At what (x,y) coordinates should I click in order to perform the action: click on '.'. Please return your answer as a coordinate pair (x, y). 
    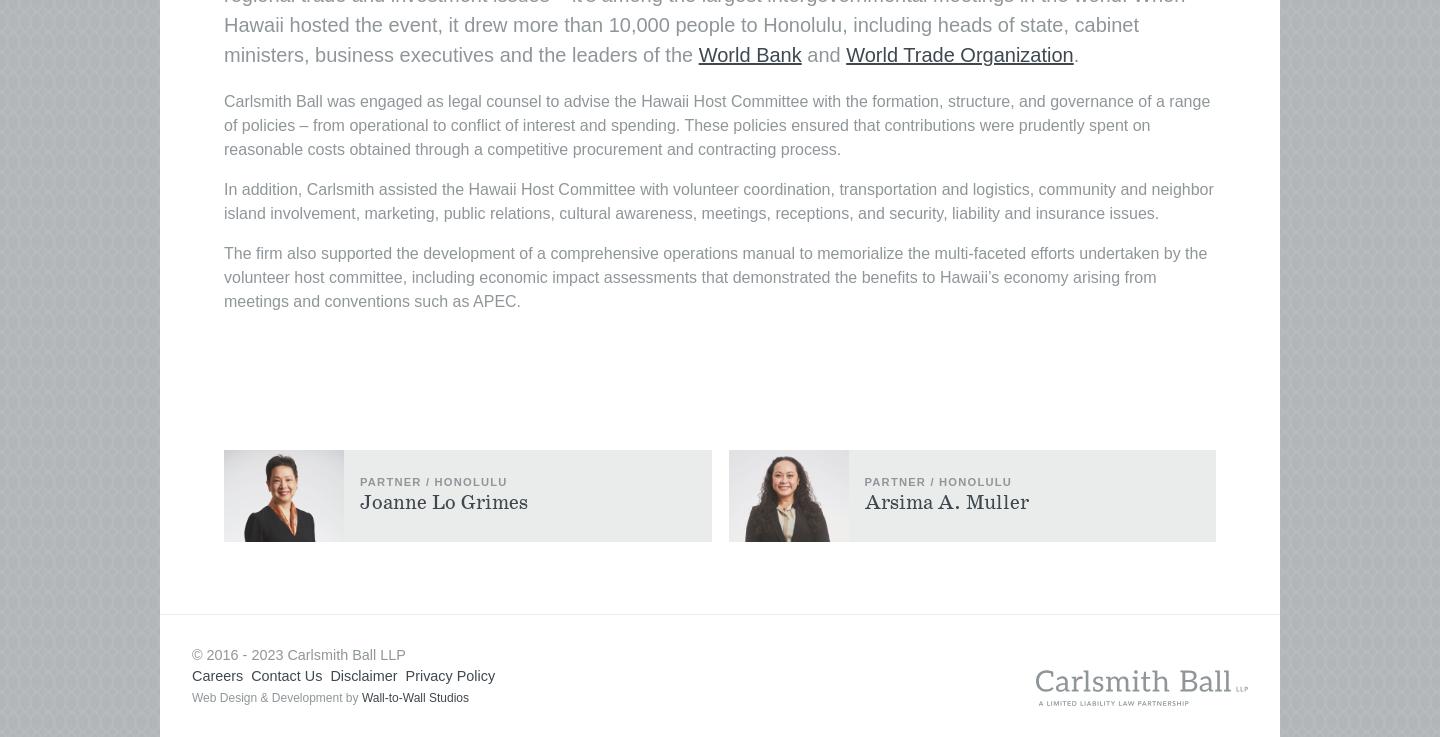
    Looking at the image, I should click on (1072, 54).